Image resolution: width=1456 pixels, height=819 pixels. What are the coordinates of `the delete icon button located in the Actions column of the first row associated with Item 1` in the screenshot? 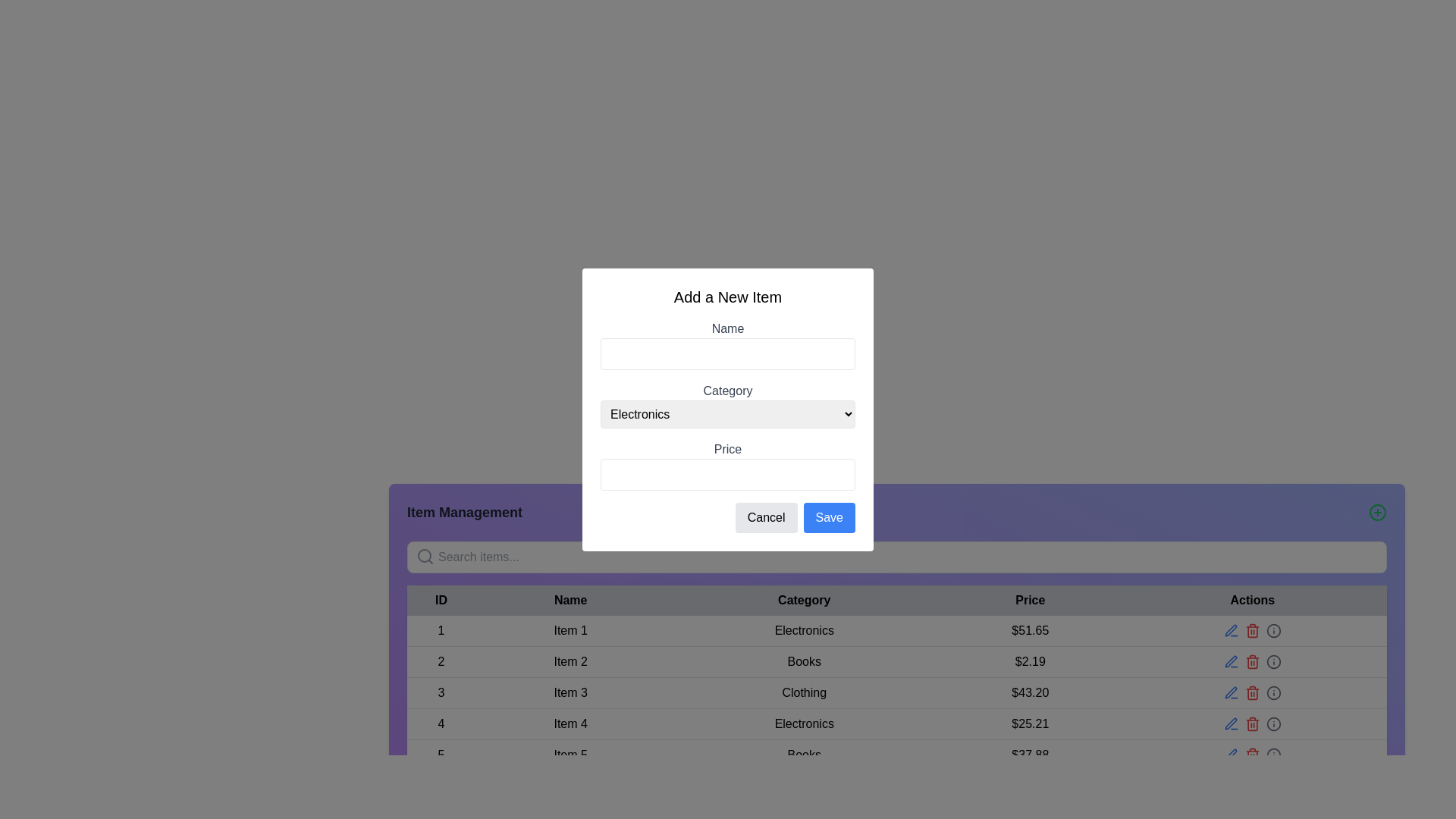 It's located at (1252, 631).